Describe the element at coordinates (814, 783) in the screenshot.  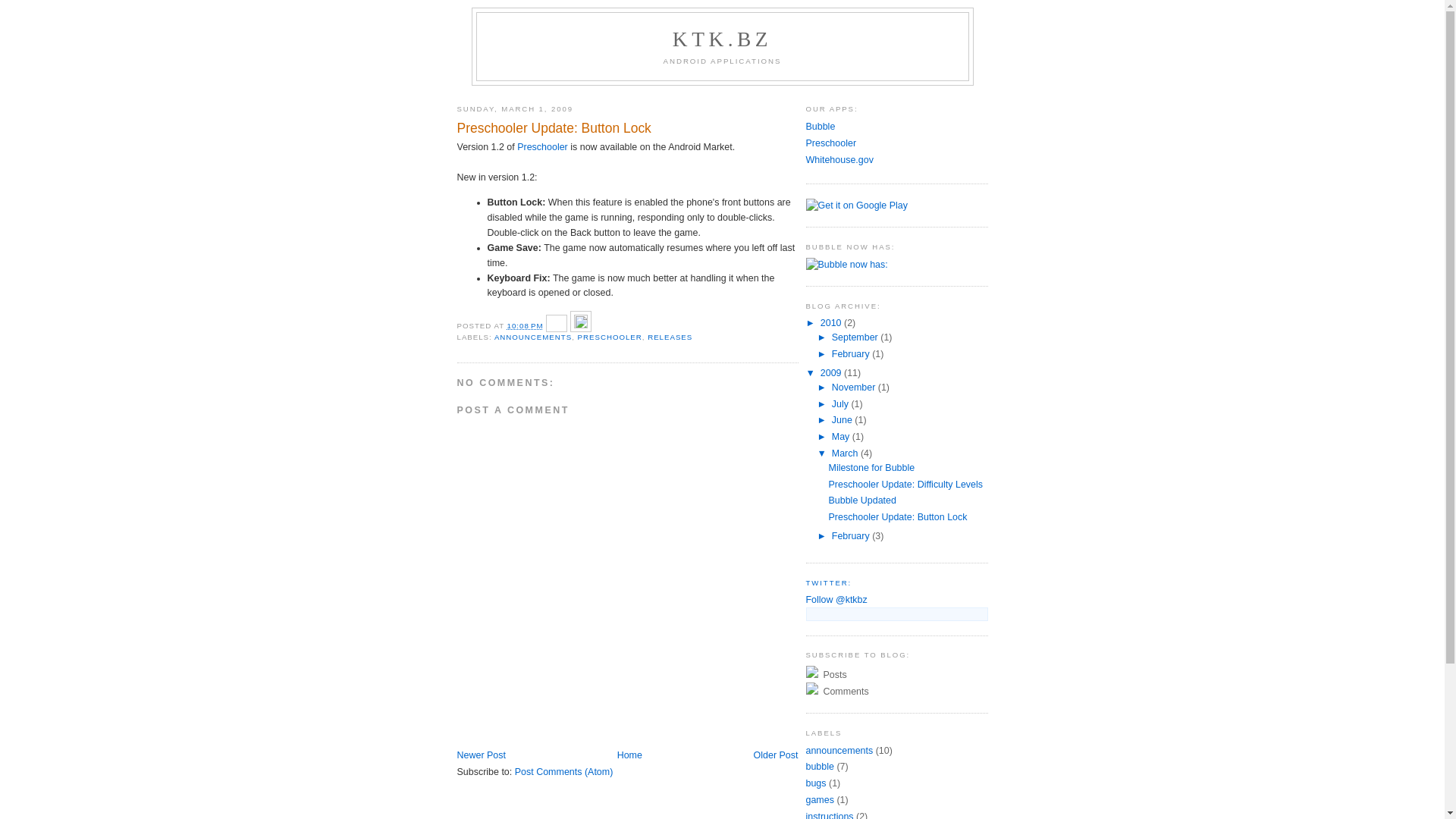
I see `'bugs'` at that location.